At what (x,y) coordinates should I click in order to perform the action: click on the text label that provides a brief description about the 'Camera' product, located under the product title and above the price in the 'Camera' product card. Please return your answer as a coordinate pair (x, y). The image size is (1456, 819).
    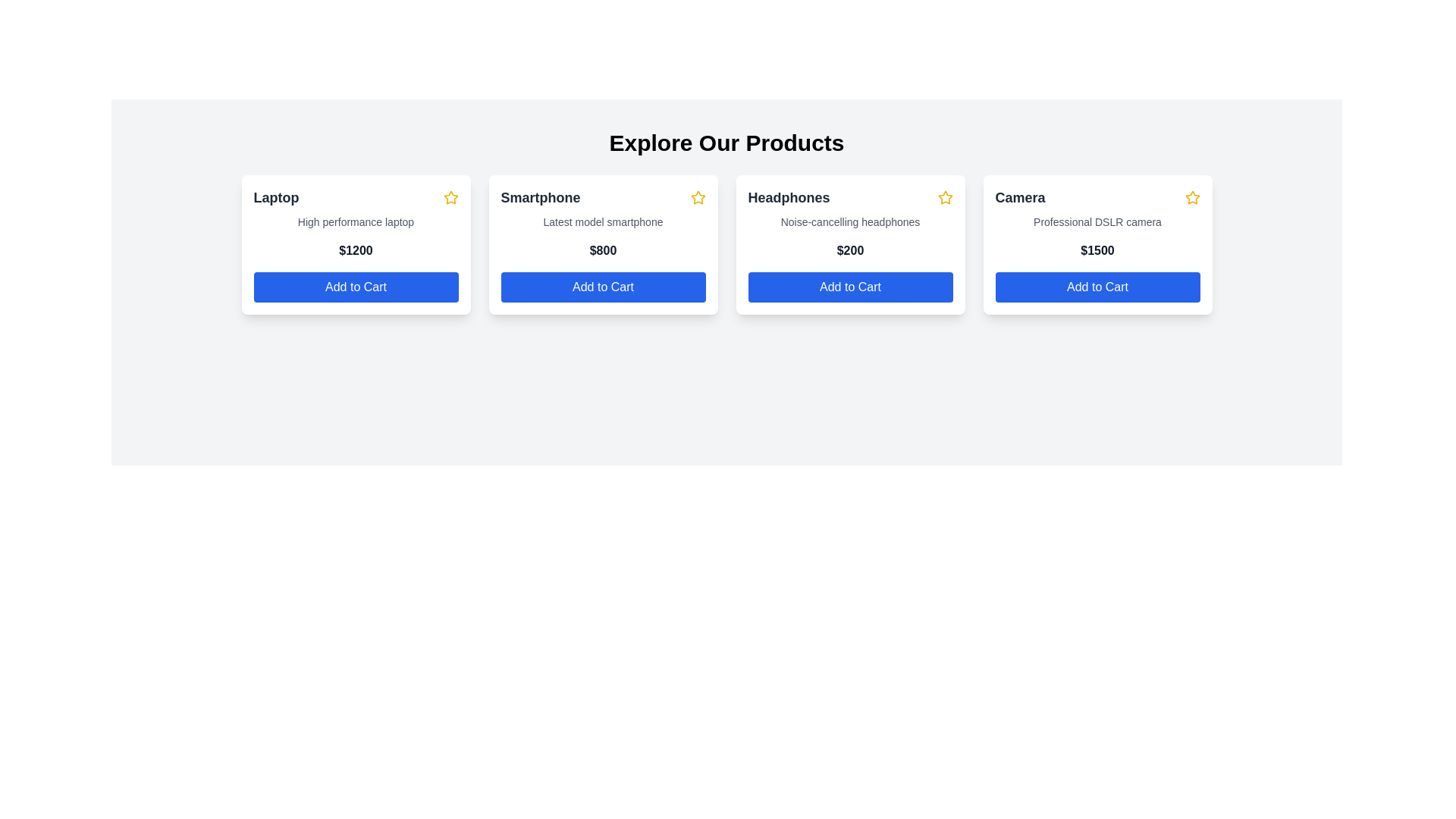
    Looking at the image, I should click on (1097, 222).